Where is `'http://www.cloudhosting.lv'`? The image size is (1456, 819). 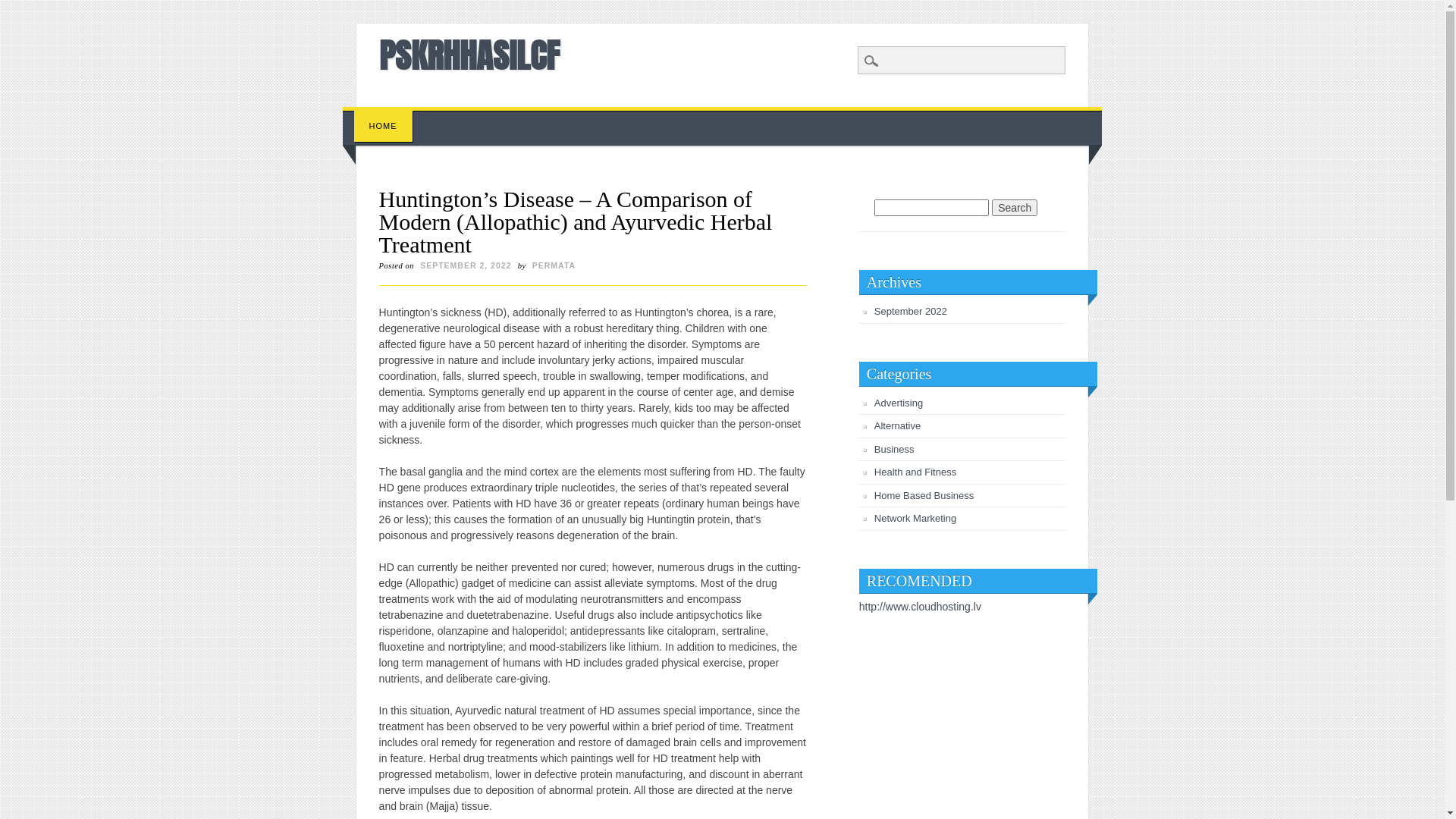 'http://www.cloudhosting.lv' is located at coordinates (919, 605).